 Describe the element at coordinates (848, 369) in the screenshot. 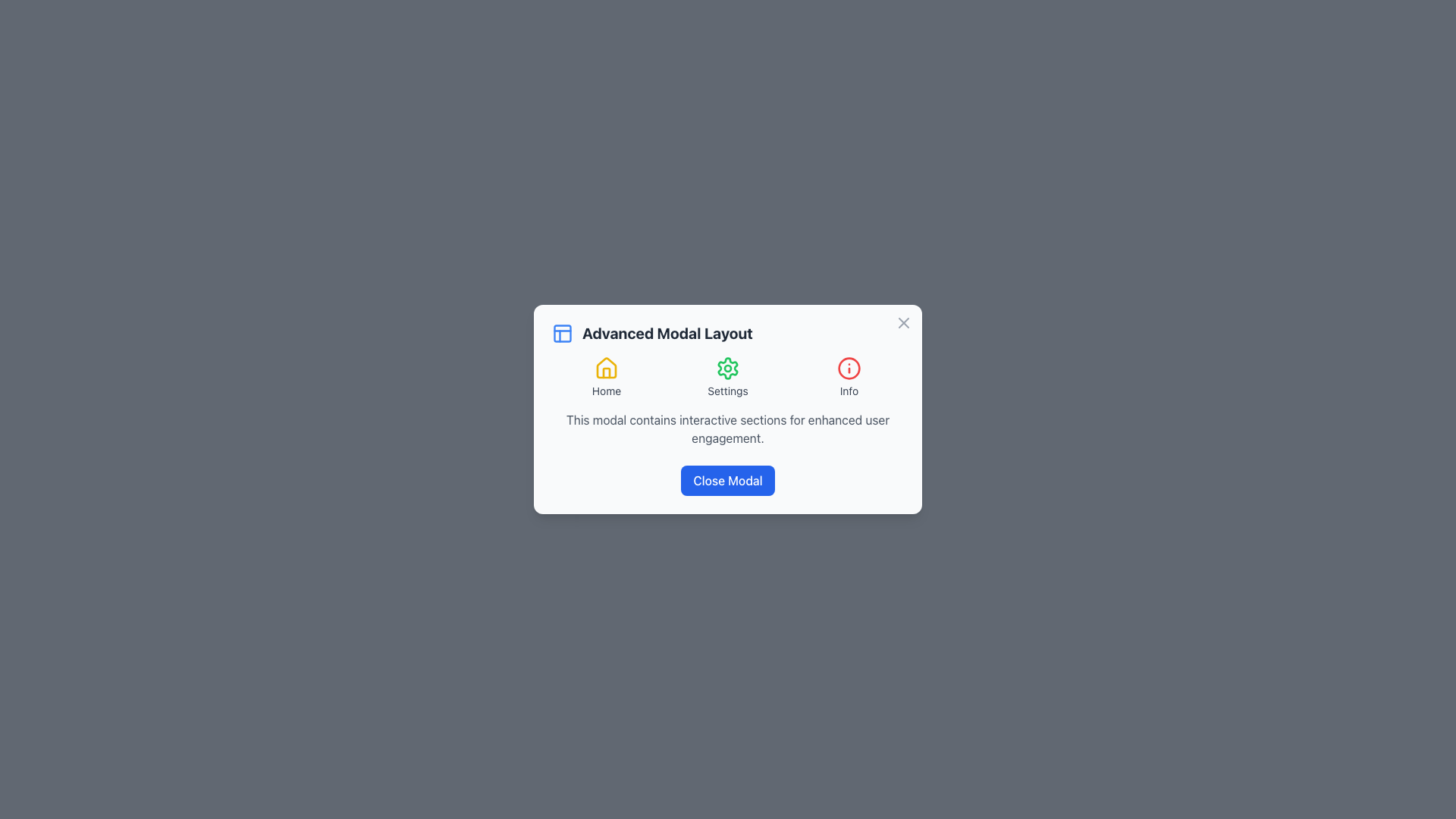

I see `the rightmost icon in the modal interface` at that location.